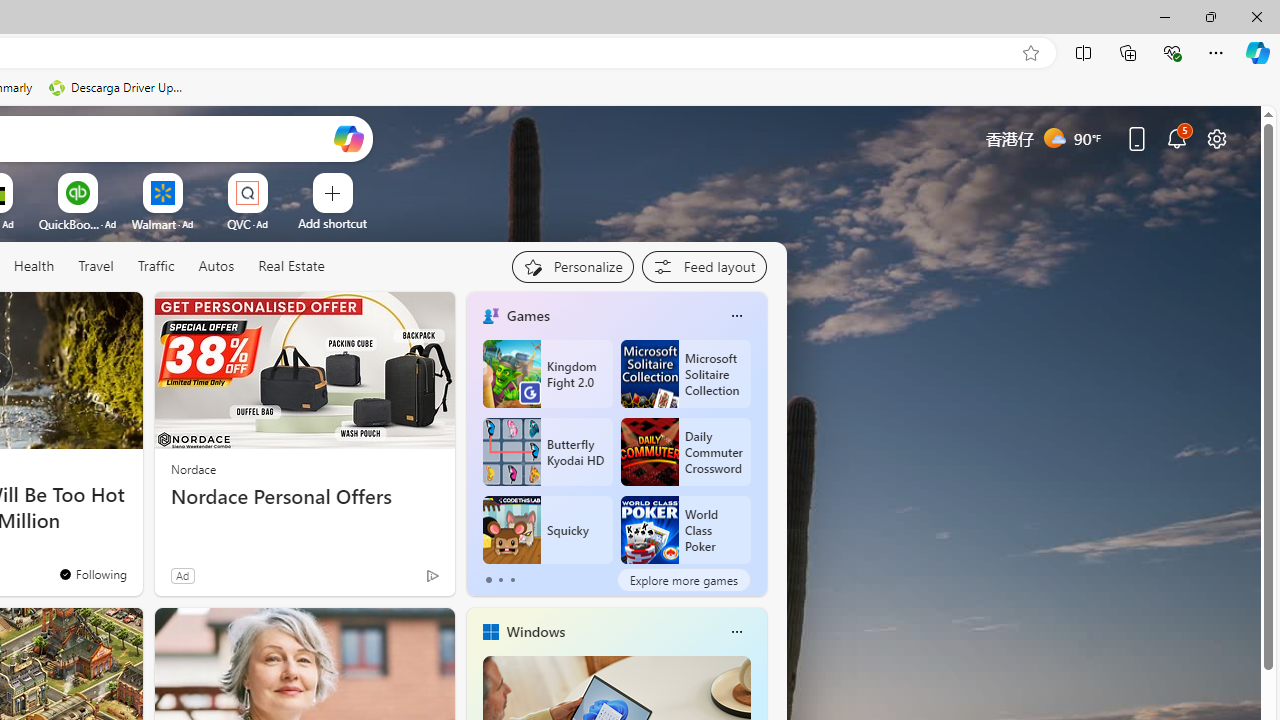  What do you see at coordinates (91, 573) in the screenshot?
I see `'You'` at bounding box center [91, 573].